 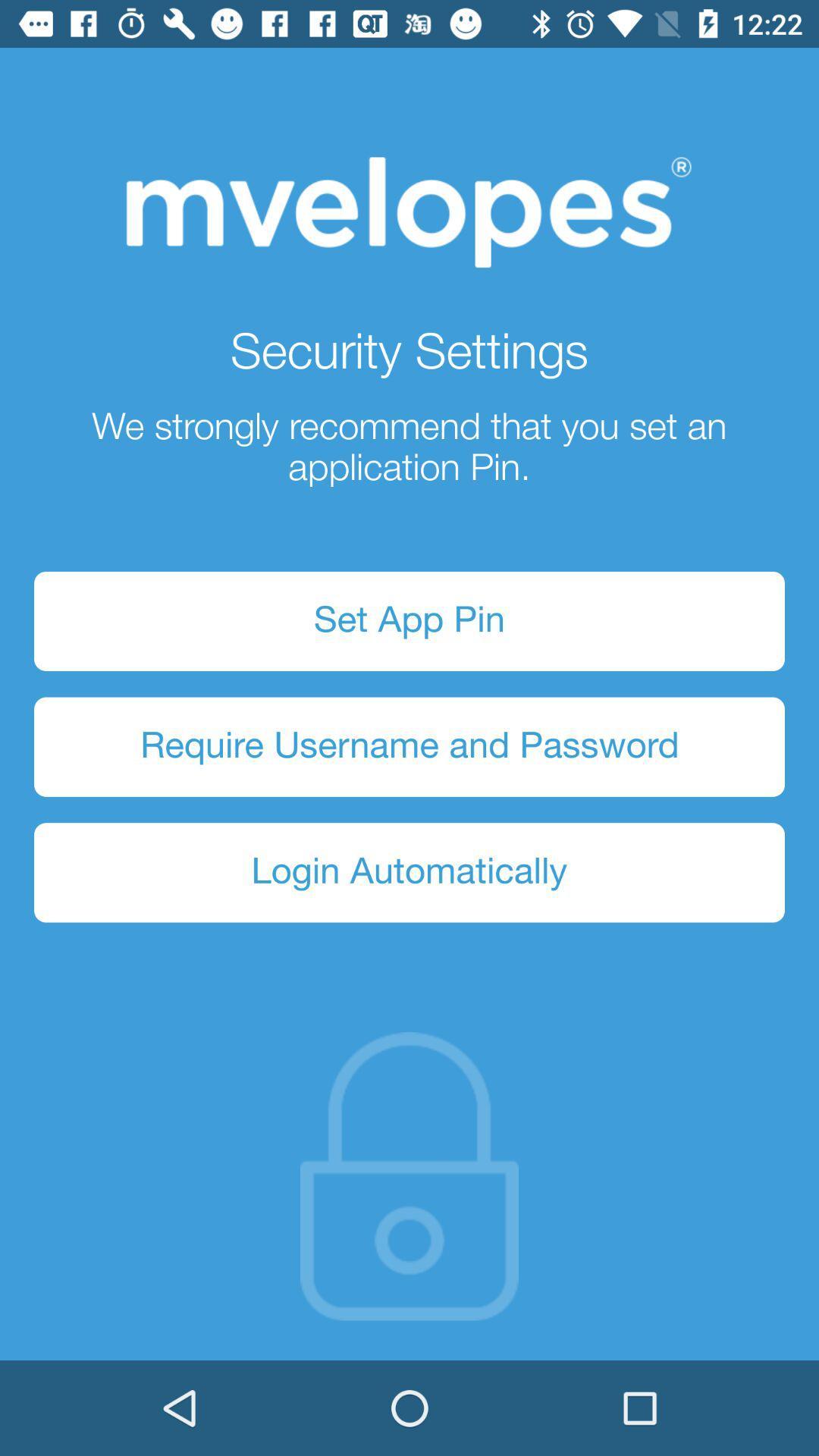 I want to click on the require username and, so click(x=409, y=747).